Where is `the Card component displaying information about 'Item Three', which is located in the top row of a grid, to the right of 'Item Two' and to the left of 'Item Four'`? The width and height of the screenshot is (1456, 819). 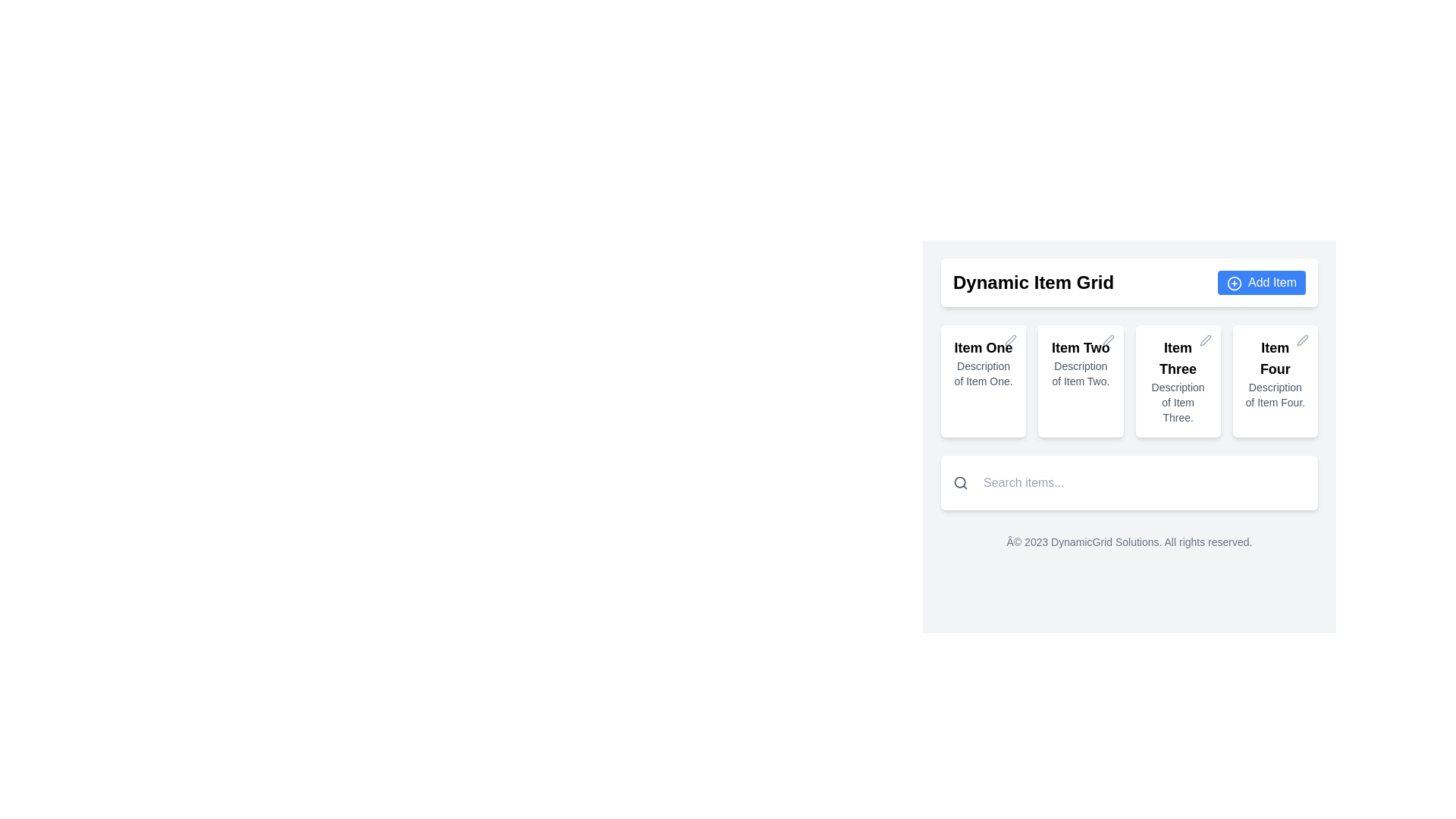
the Card component displaying information about 'Item Three', which is located in the top row of a grid, to the right of 'Item Two' and to the left of 'Item Four' is located at coordinates (1177, 380).